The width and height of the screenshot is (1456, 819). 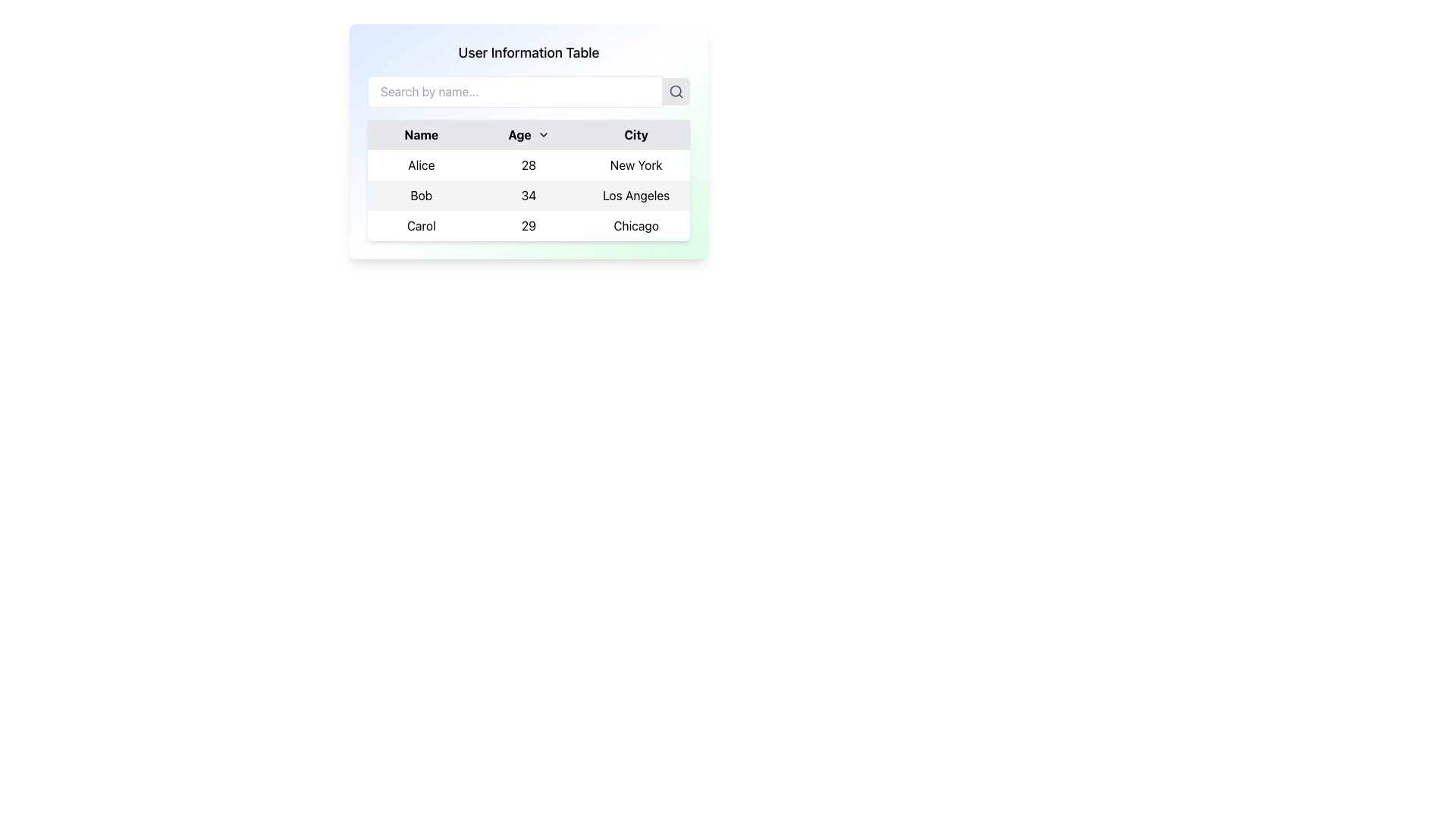 What do you see at coordinates (529, 225) in the screenshot?
I see `the text element displaying '29' located in the third row of the table under the 'Age' column, positioned between 'Carol' and 'Chicago'` at bounding box center [529, 225].